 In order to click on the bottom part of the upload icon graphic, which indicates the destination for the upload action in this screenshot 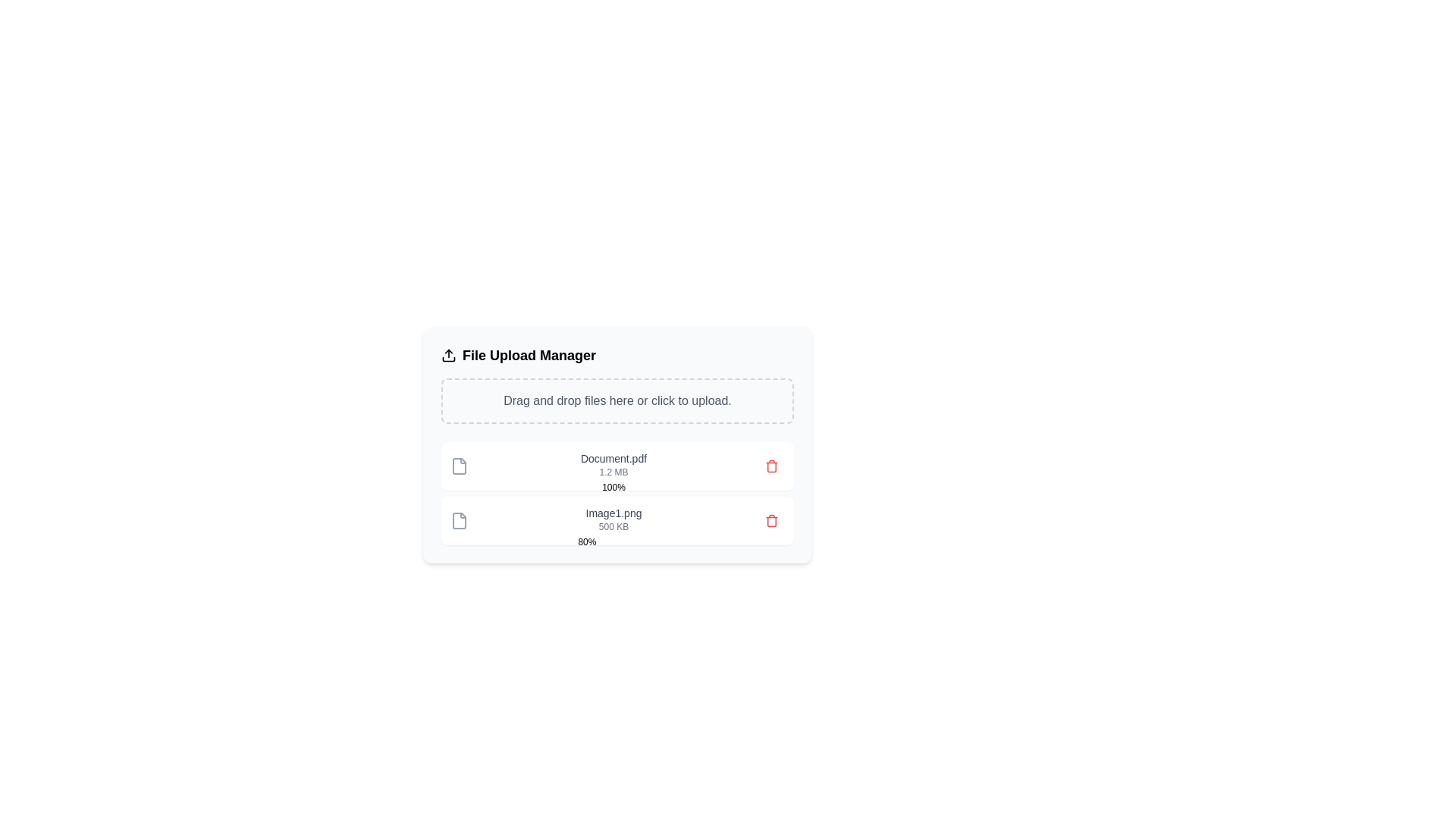, I will do `click(447, 359)`.